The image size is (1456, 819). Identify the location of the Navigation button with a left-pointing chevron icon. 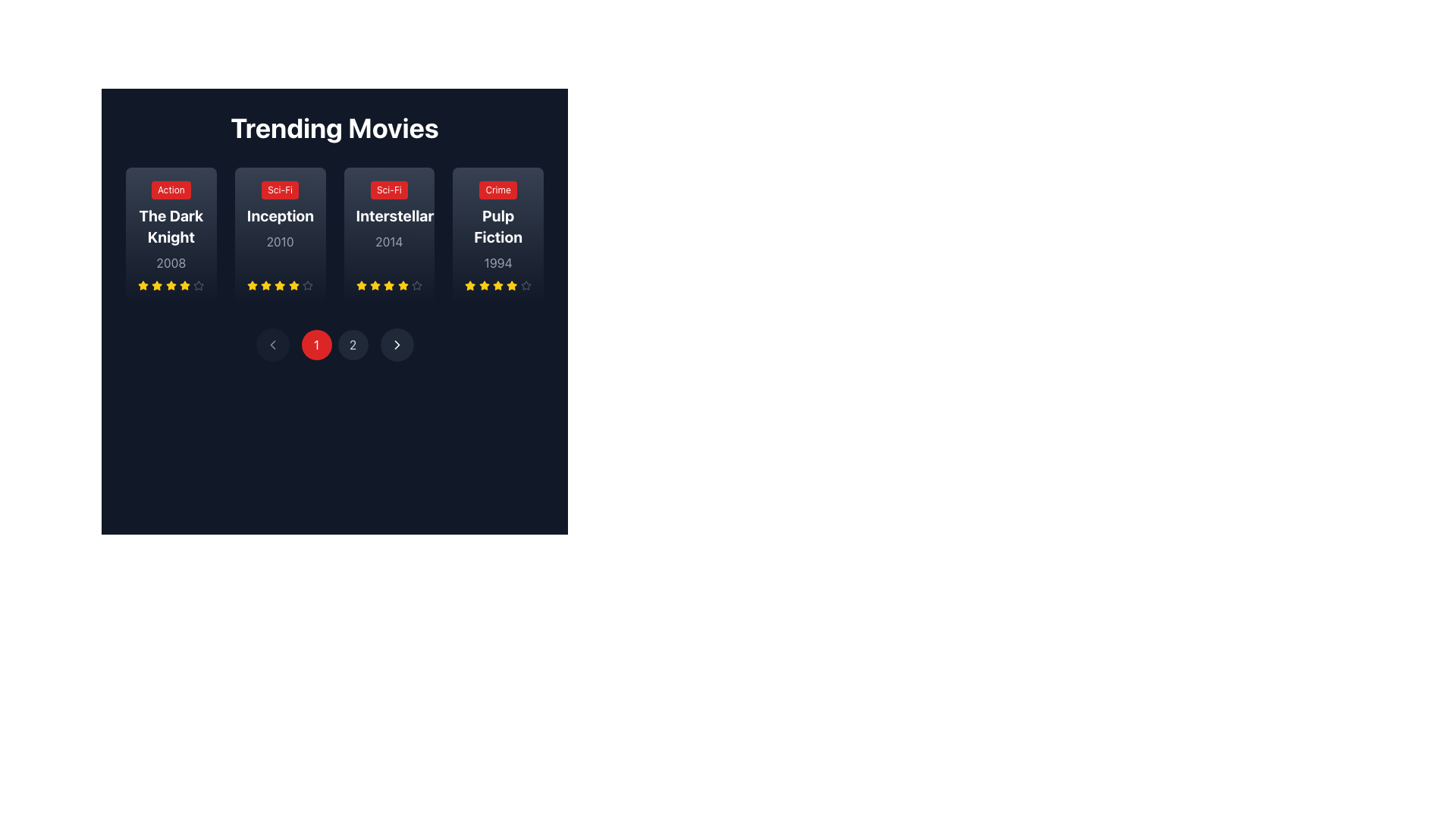
(272, 344).